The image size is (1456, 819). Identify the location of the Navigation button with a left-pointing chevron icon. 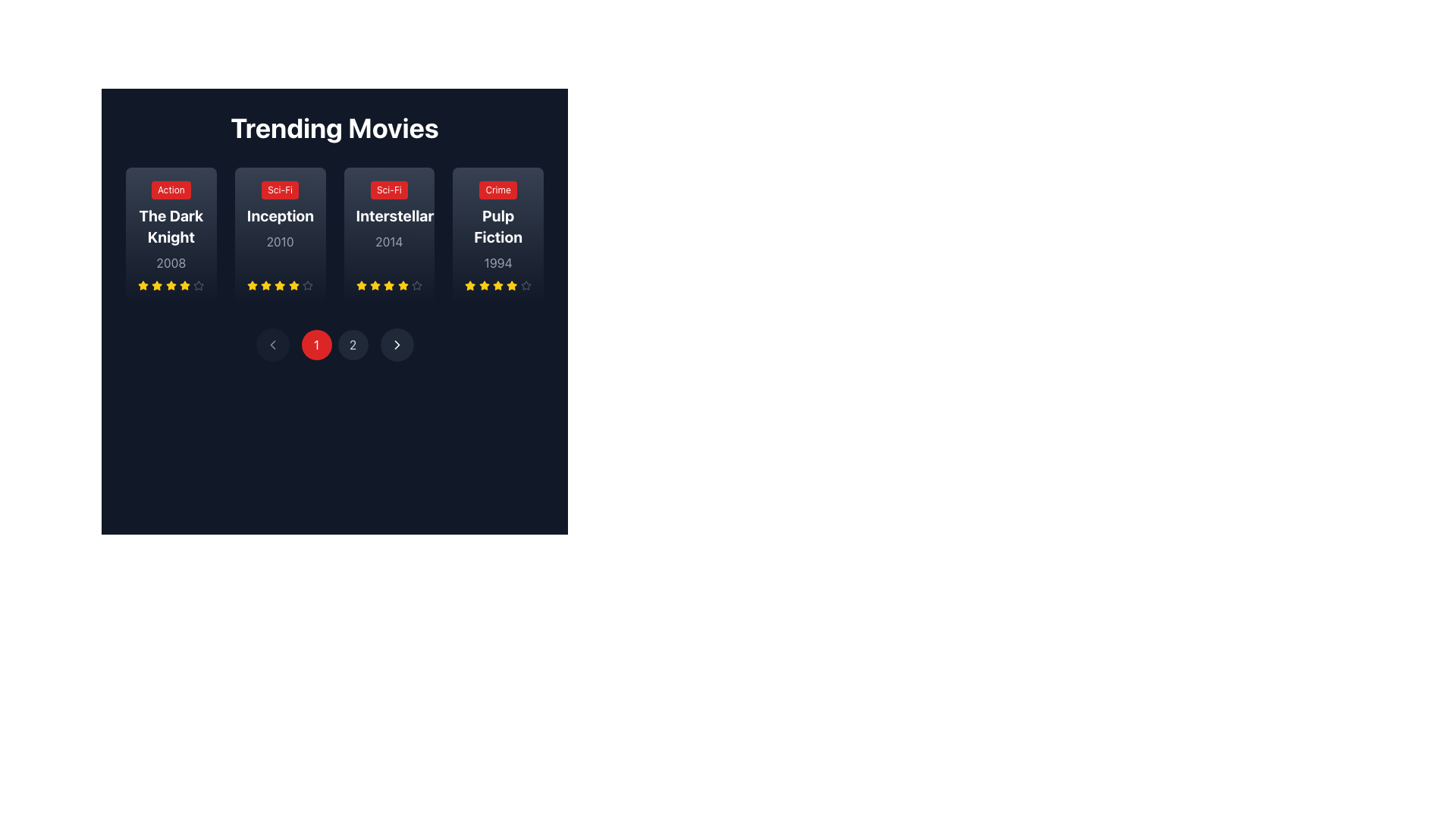
(272, 344).